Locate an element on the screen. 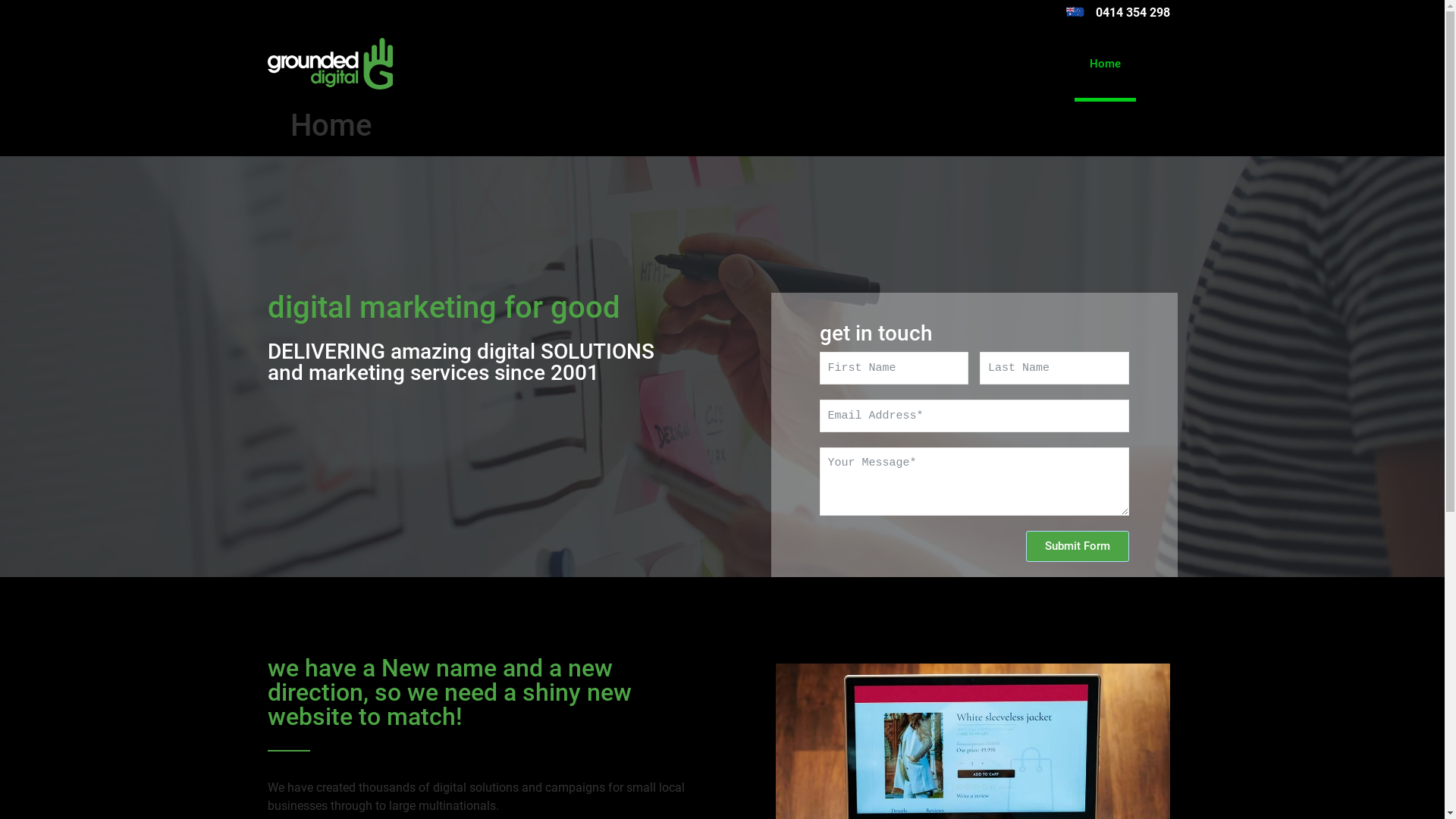 The image size is (1456, 819). 'Submit Form' is located at coordinates (1076, 546).